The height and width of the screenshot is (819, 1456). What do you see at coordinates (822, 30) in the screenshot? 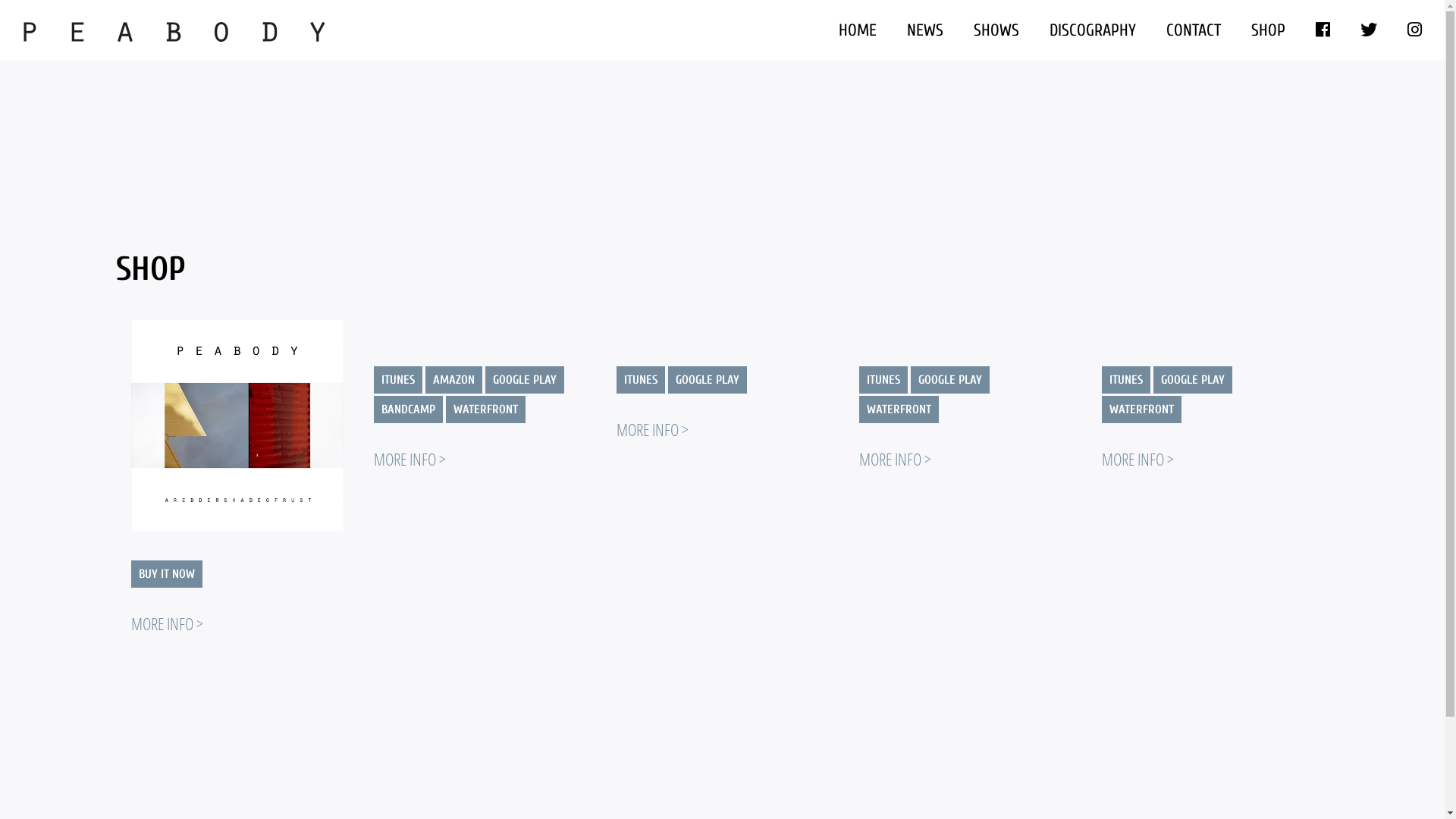
I see `'HOME'` at bounding box center [822, 30].